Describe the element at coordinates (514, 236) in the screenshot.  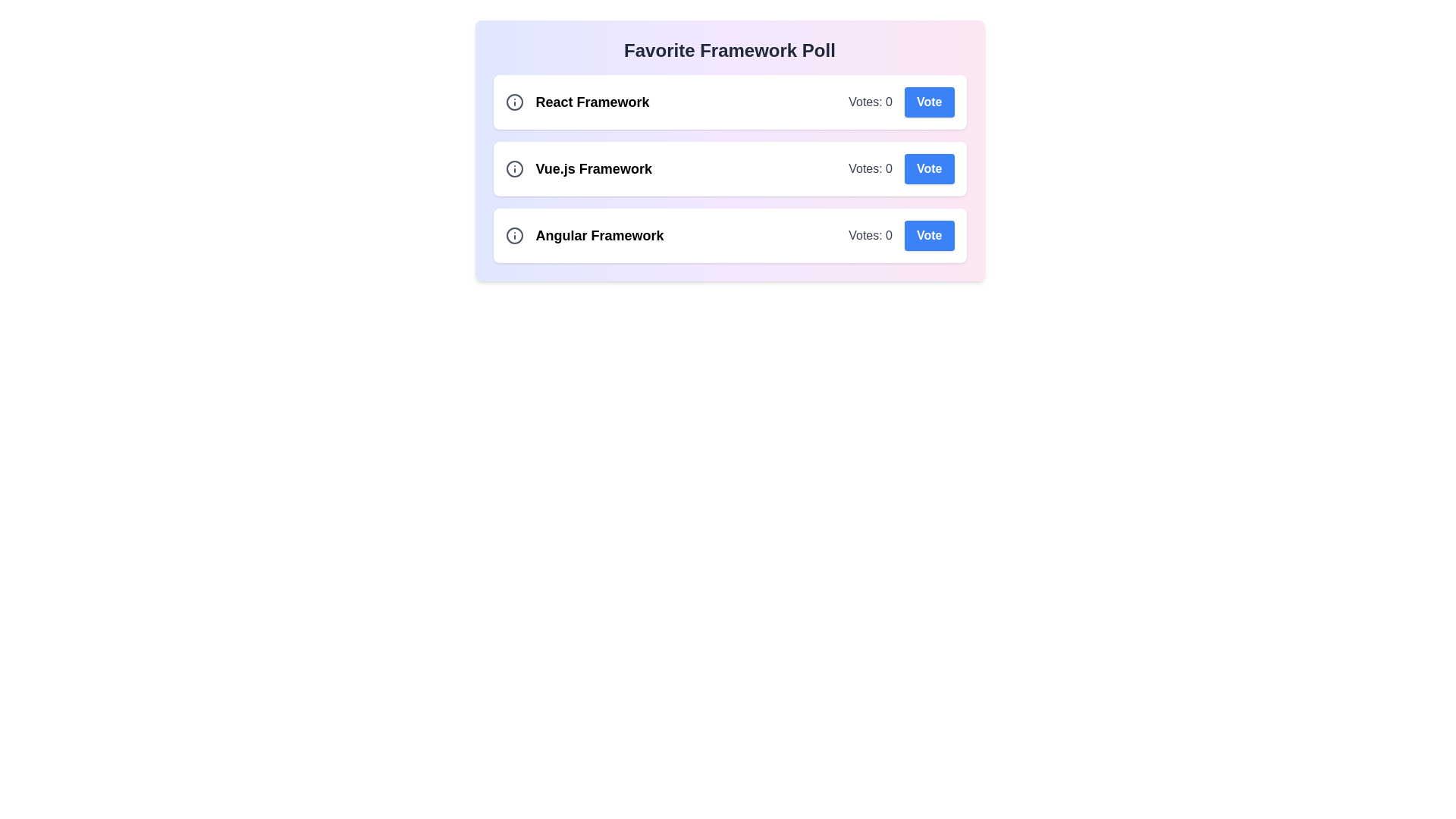
I see `the information icon next to the topic Angular Framework` at that location.